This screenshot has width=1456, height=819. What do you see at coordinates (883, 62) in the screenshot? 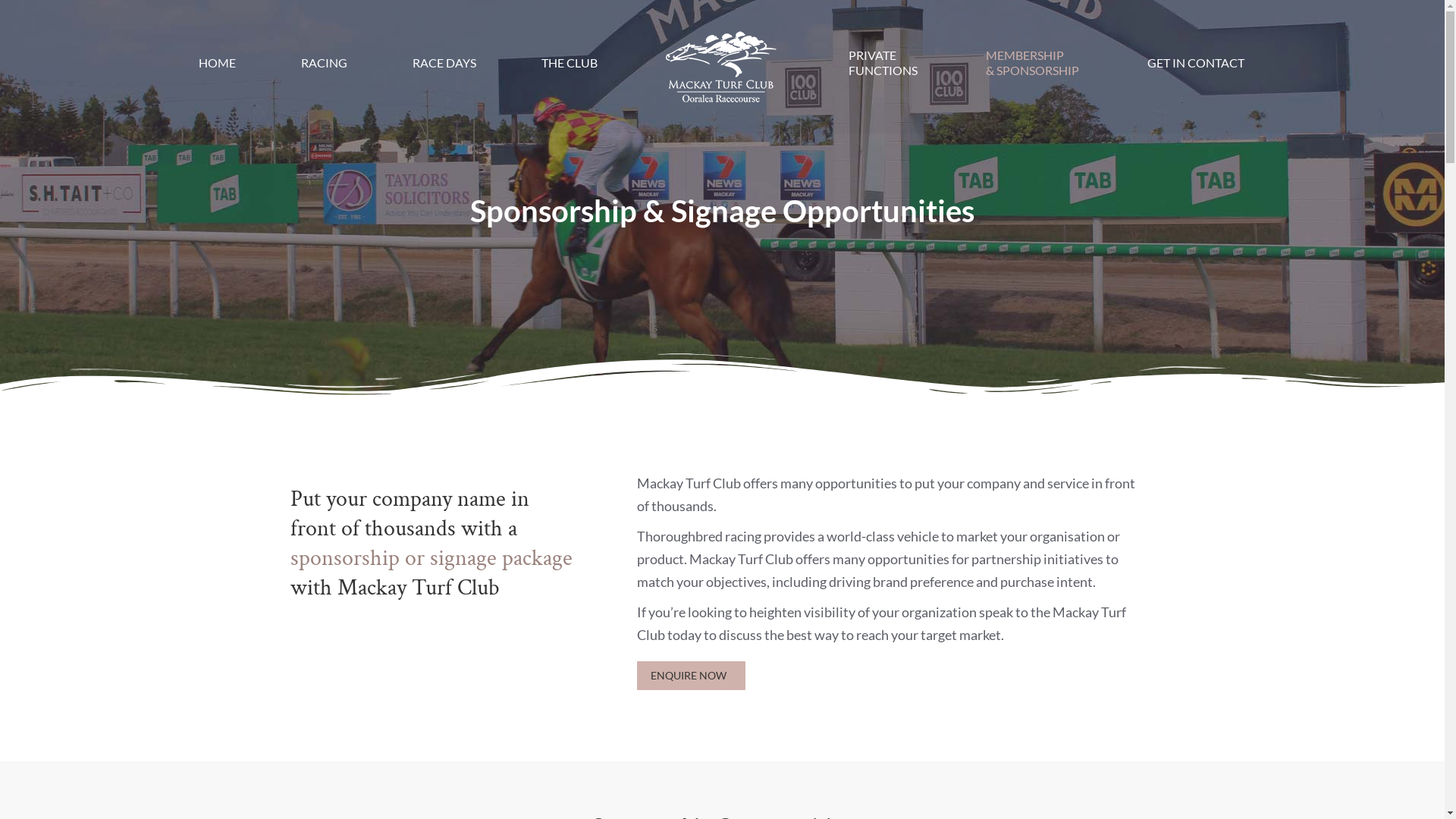
I see `'PRIVATE` at bounding box center [883, 62].